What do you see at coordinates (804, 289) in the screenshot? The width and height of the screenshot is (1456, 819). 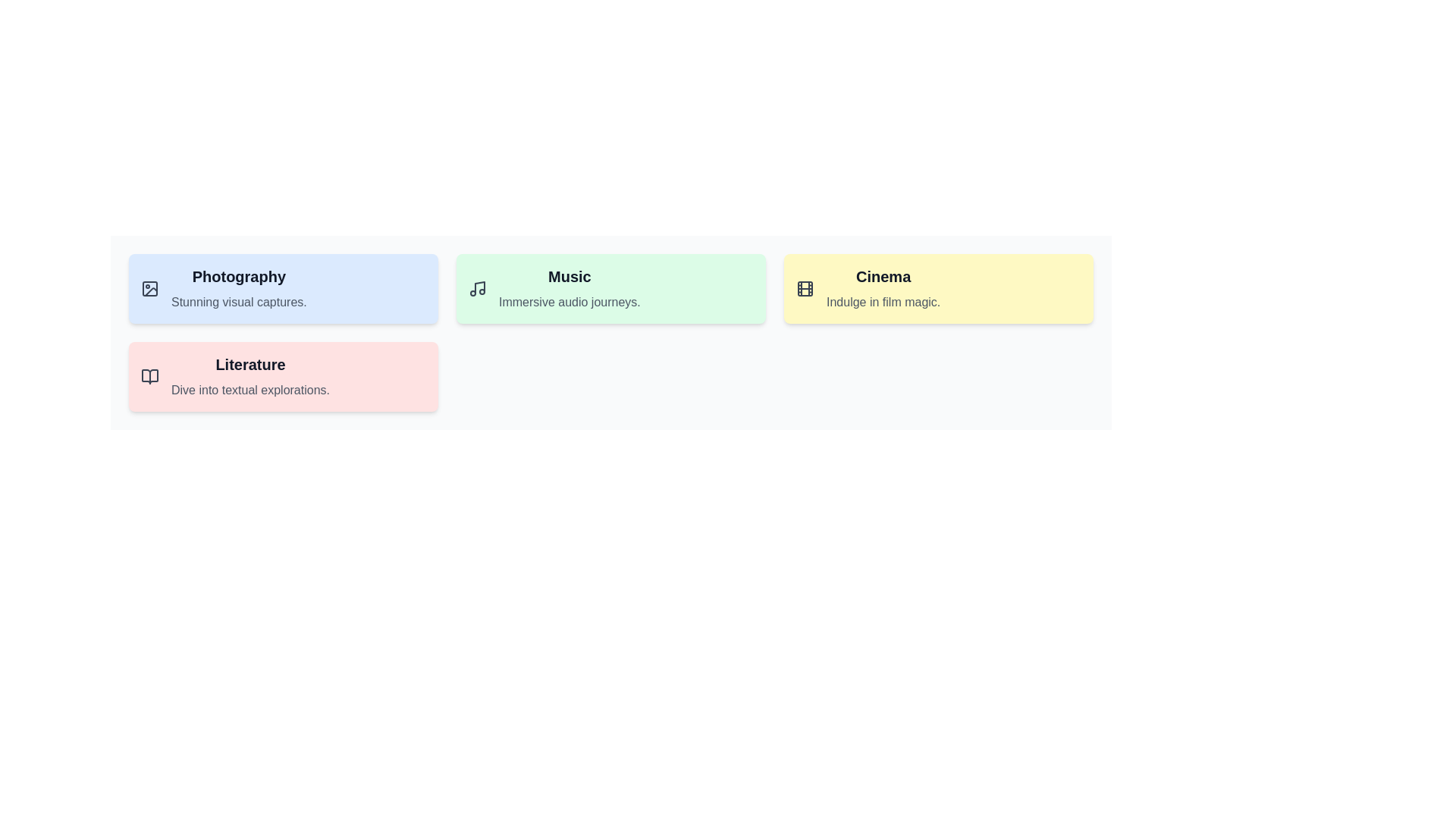 I see `the film-related thematic icon located on the highlighted yellow card in the top-right section of the interface, adjacent to the green and blue cards, and aligned to the left of the header text 'Cinema'` at bounding box center [804, 289].